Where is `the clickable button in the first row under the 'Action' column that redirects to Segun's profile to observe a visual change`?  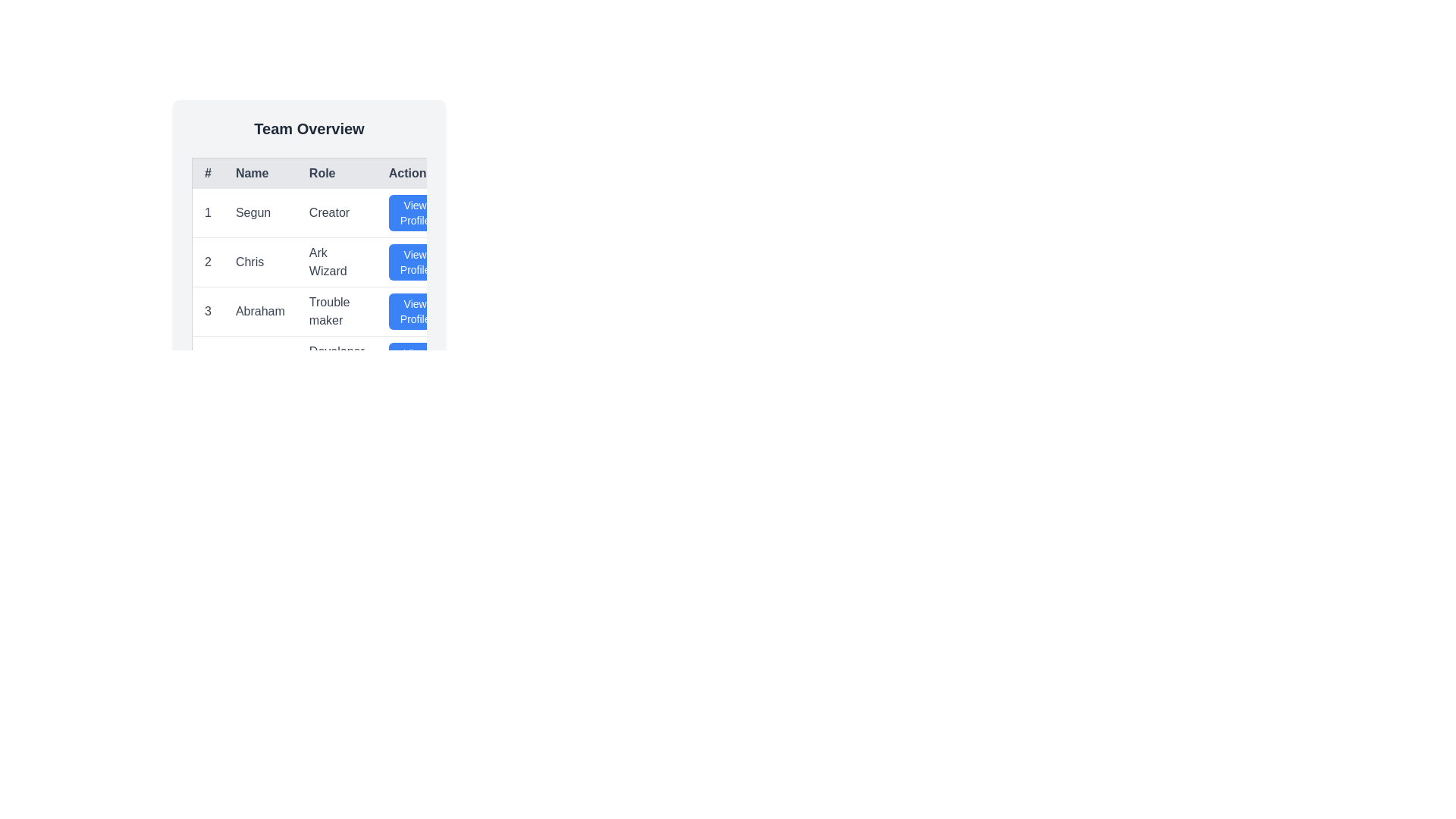
the clickable button in the first row under the 'Action' column that redirects to Segun's profile to observe a visual change is located at coordinates (422, 213).